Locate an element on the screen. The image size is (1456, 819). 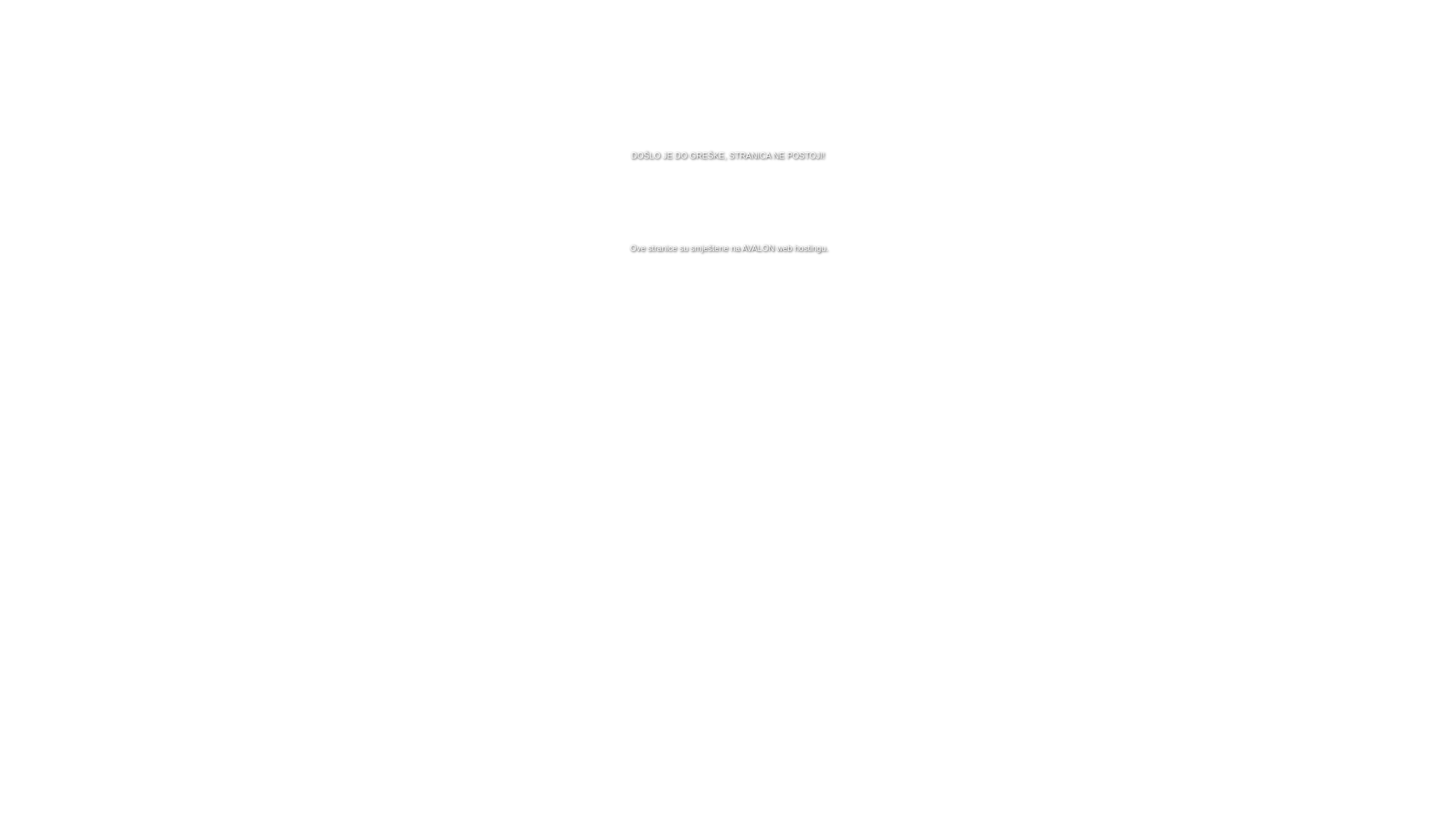
'AVALON web hostingu' is located at coordinates (783, 247).